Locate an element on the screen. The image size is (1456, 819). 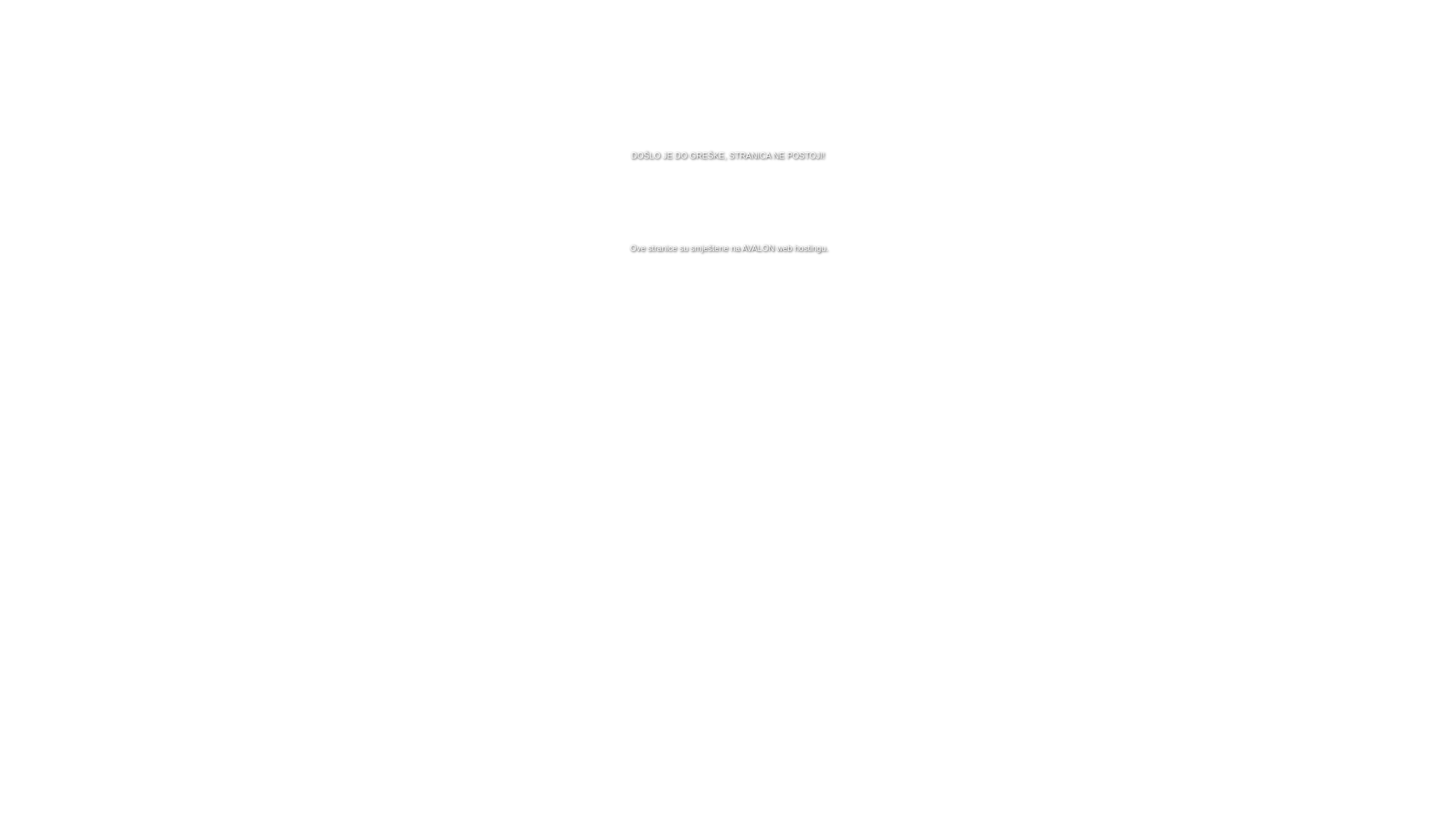
'AVALON web hostingu' is located at coordinates (783, 247).